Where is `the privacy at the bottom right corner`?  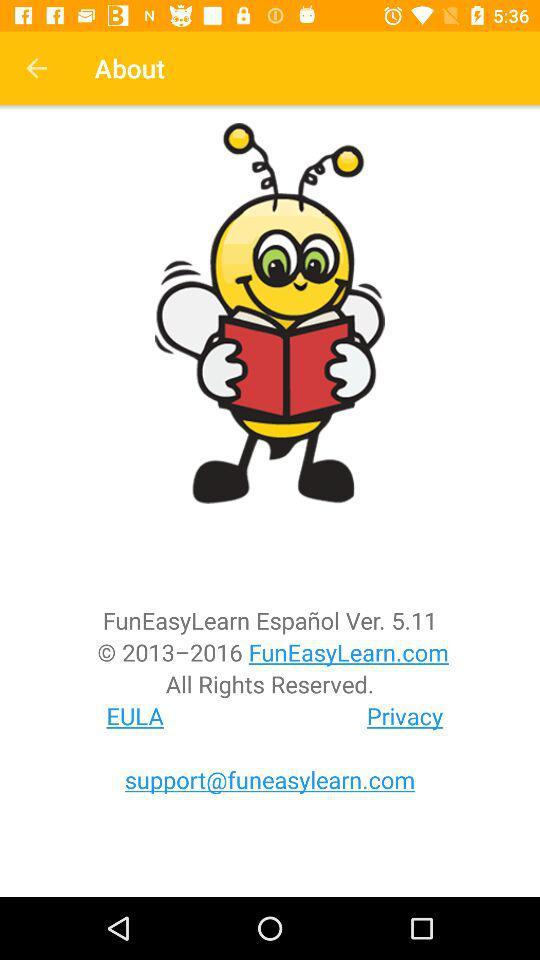 the privacy at the bottom right corner is located at coordinates (405, 716).